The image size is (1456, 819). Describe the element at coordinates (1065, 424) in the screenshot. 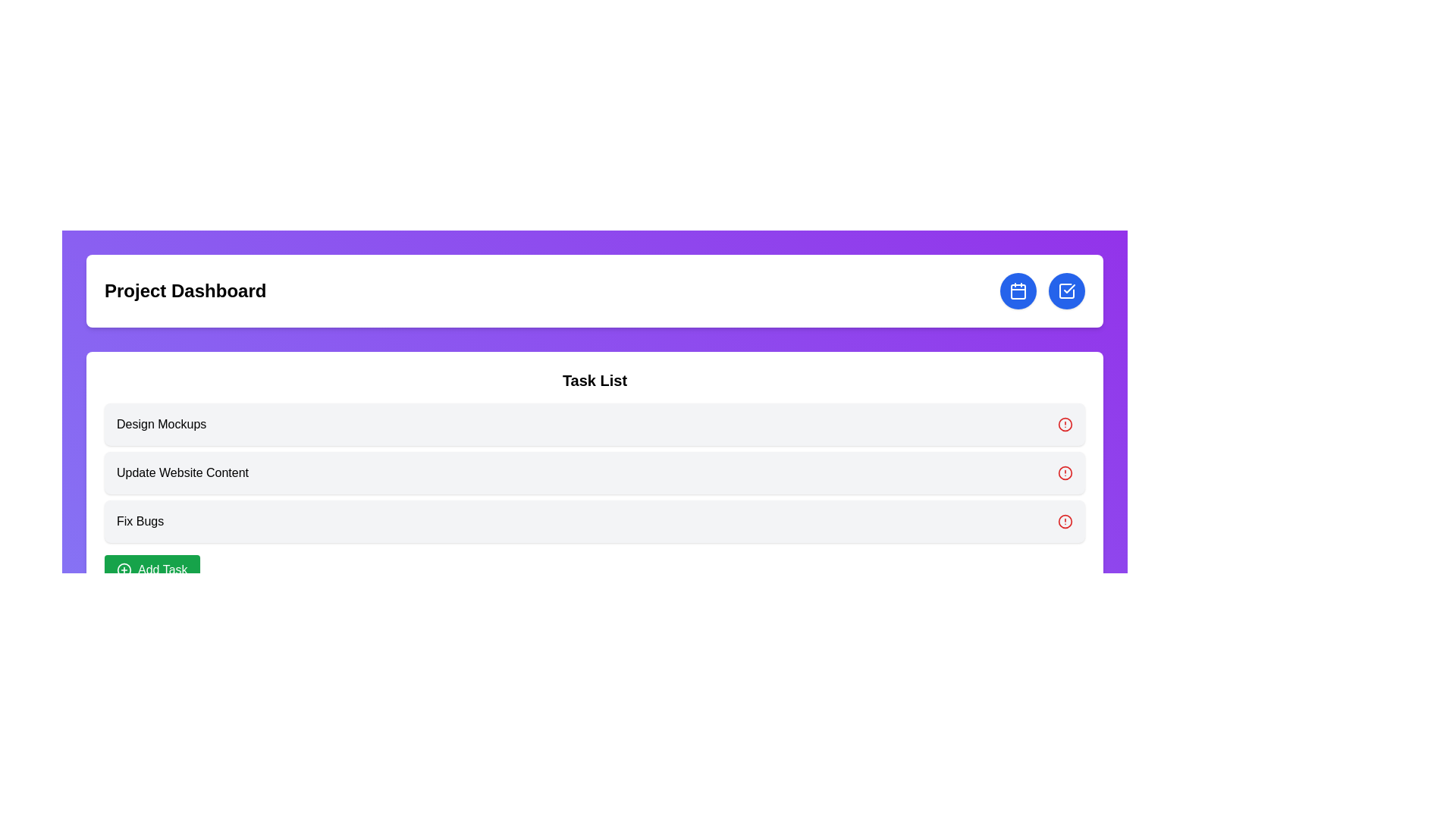

I see `the alert icon located to the right of the 'Design Mockups' text` at that location.